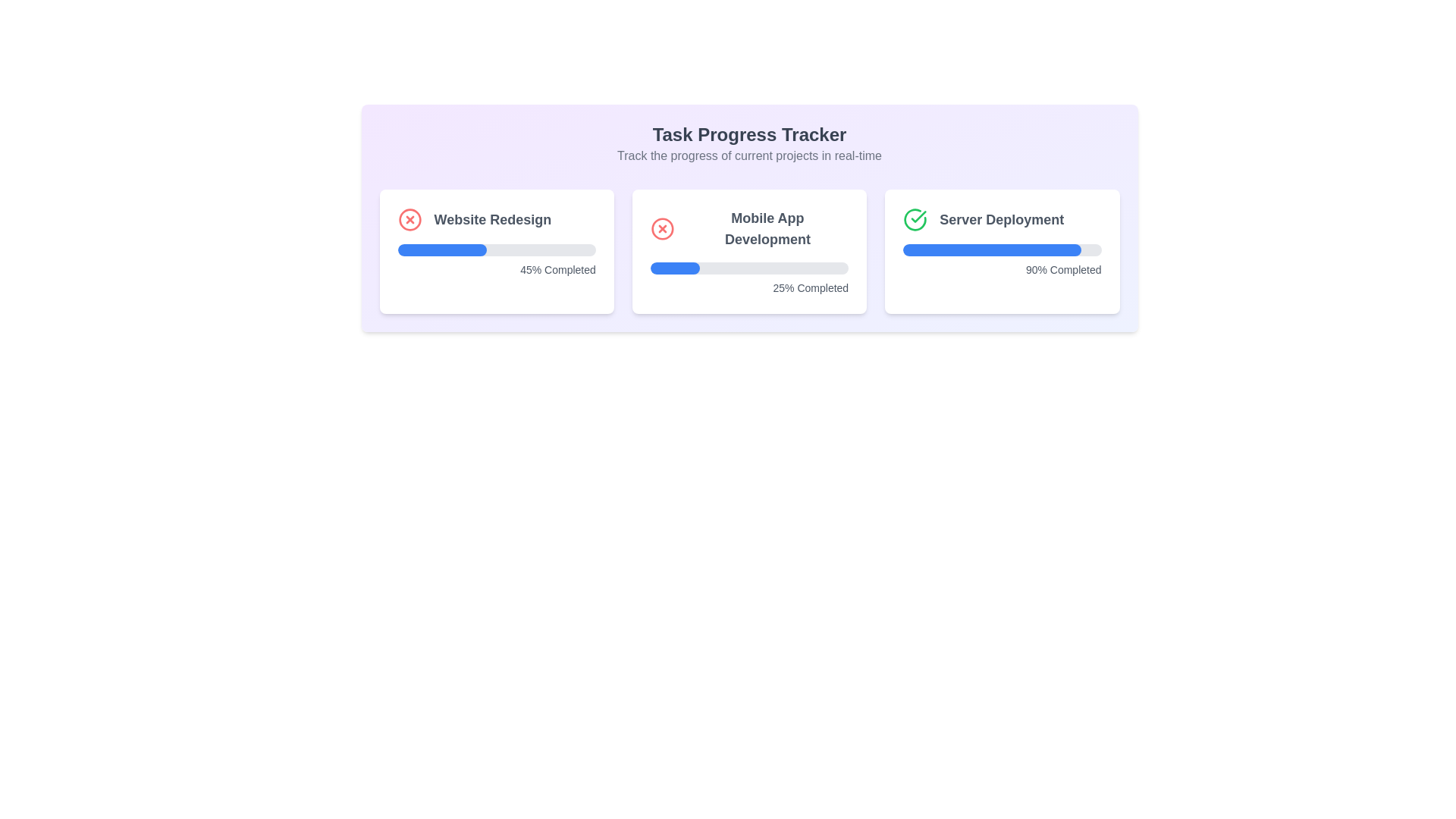  What do you see at coordinates (992, 249) in the screenshot?
I see `the Progress Bar in the 'Server Deployment' card, which visually indicates the progress of the task and is positioned below the title and icon, above the text '90% Completed'` at bounding box center [992, 249].